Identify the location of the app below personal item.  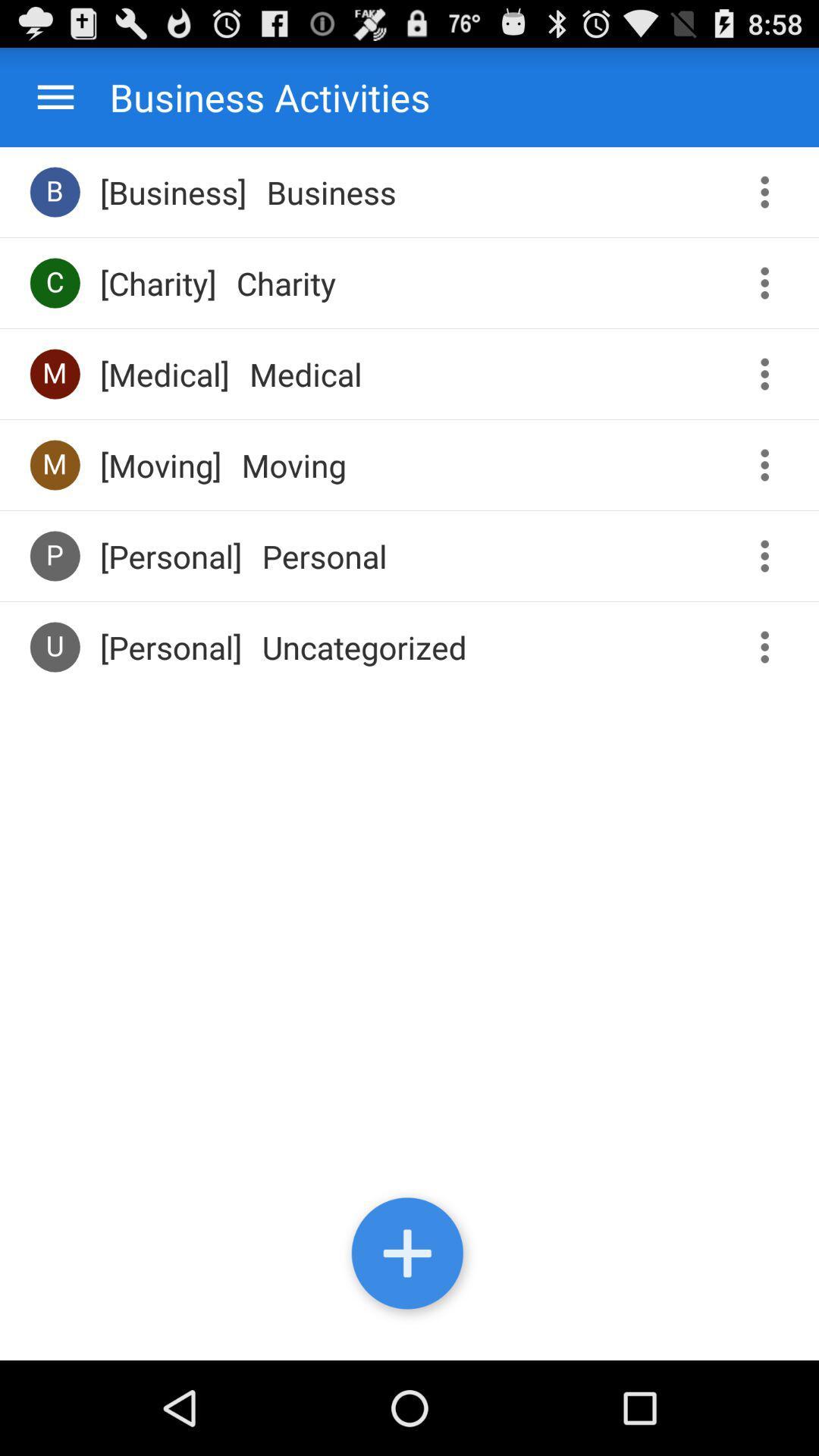
(364, 647).